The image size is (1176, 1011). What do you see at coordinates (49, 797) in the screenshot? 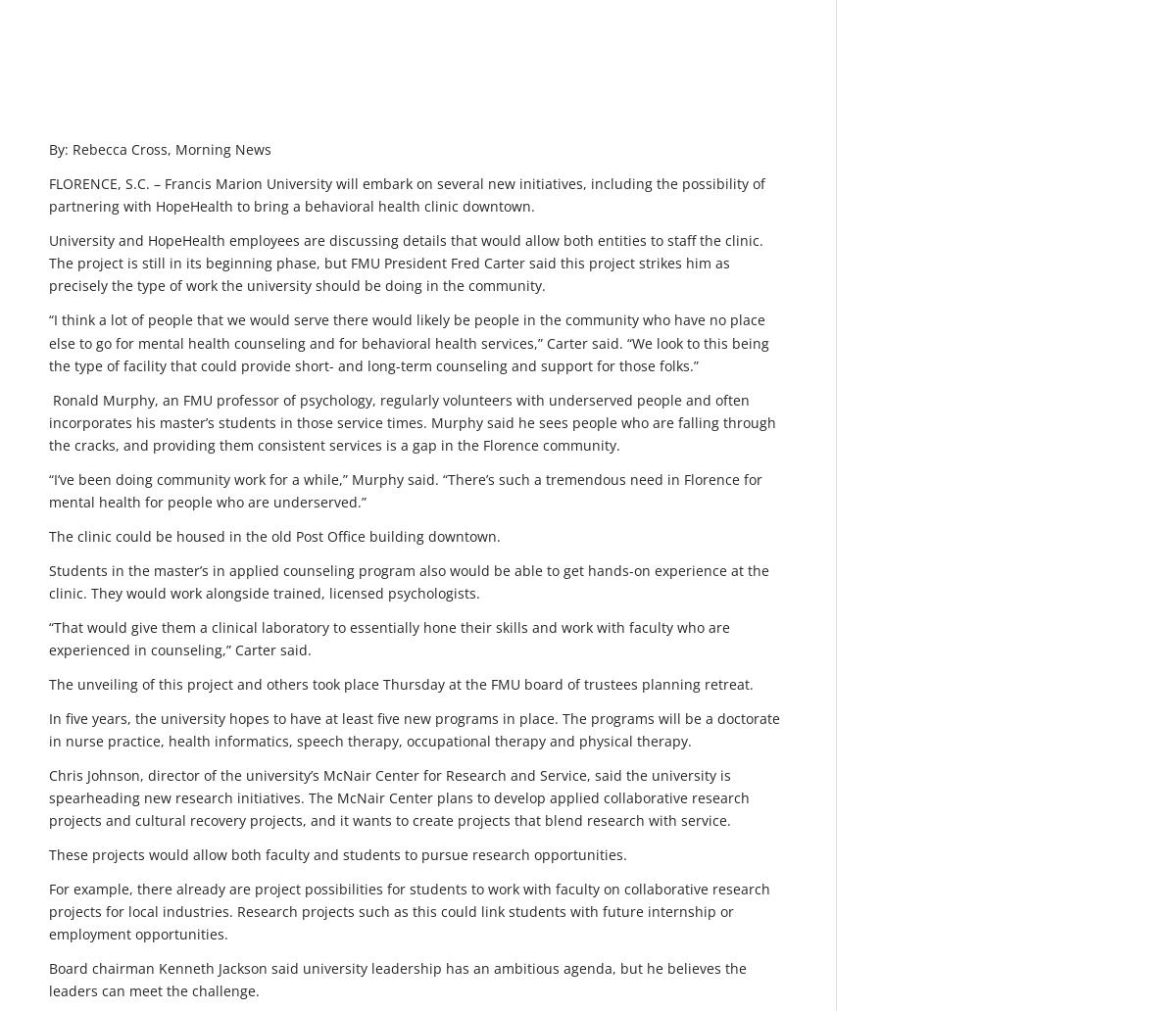
I see `'Chris Johnson, director of the university’s McNair Center for Research and Service, said the university is spearheading new research initiatives. The McNair Center plans to develop applied collaborative research projects and cultural recovery projects, and it wants to create projects that blend research with service.'` at bounding box center [49, 797].